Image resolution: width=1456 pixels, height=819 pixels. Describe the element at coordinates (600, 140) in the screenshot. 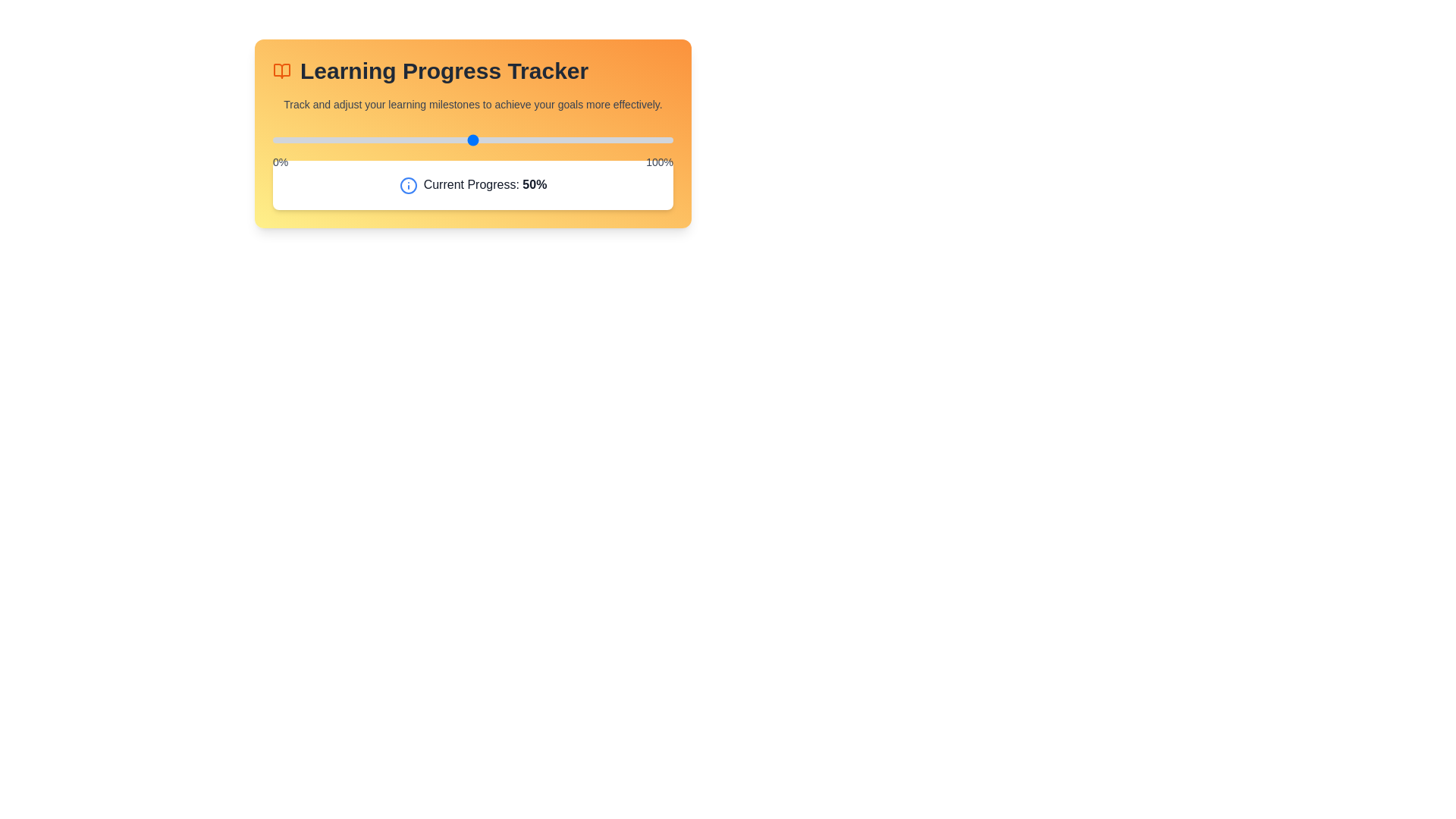

I see `the slider to set progress to 82%` at that location.